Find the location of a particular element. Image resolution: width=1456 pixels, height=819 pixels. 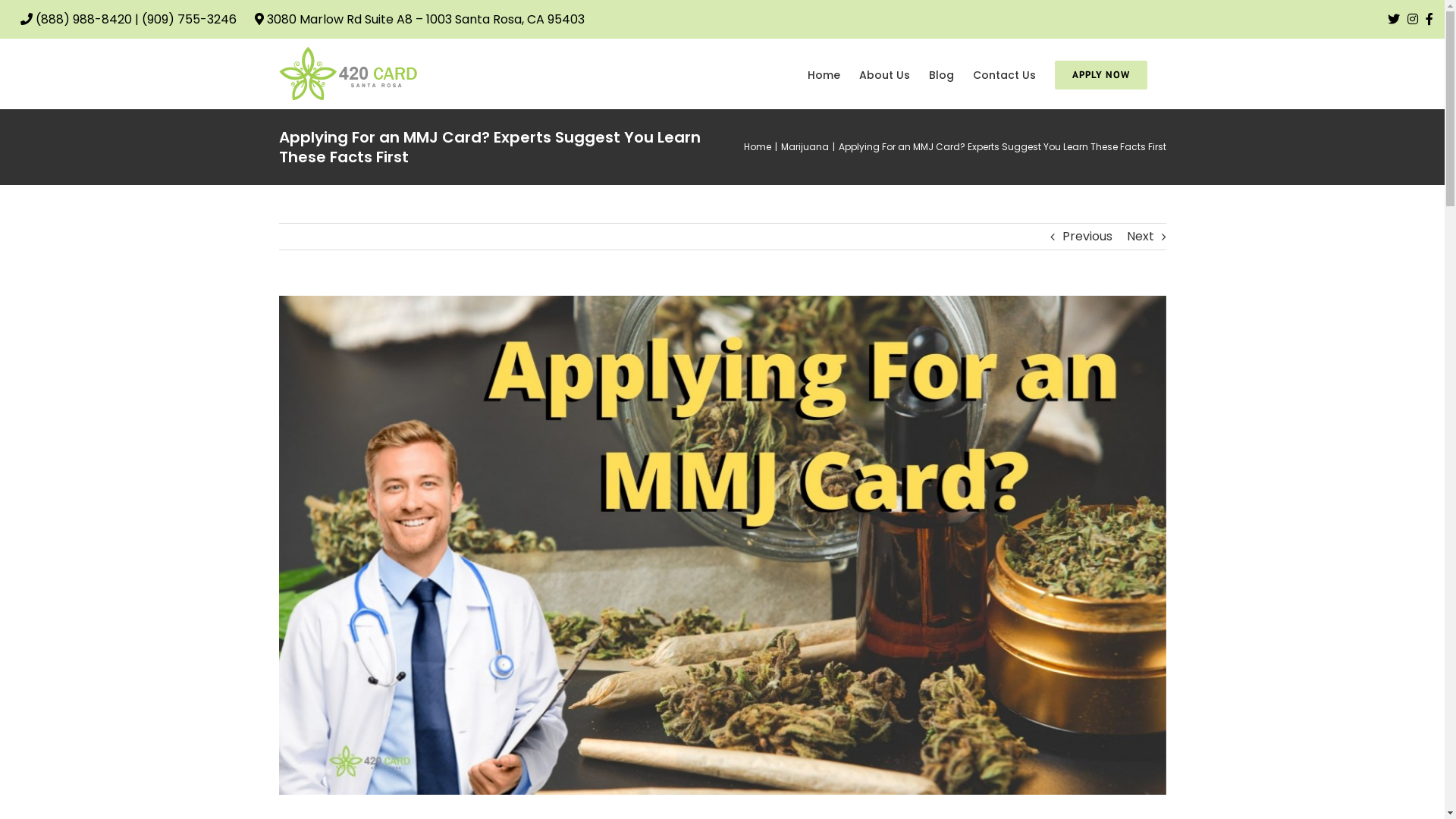

'Contact Us' is located at coordinates (1003, 74).